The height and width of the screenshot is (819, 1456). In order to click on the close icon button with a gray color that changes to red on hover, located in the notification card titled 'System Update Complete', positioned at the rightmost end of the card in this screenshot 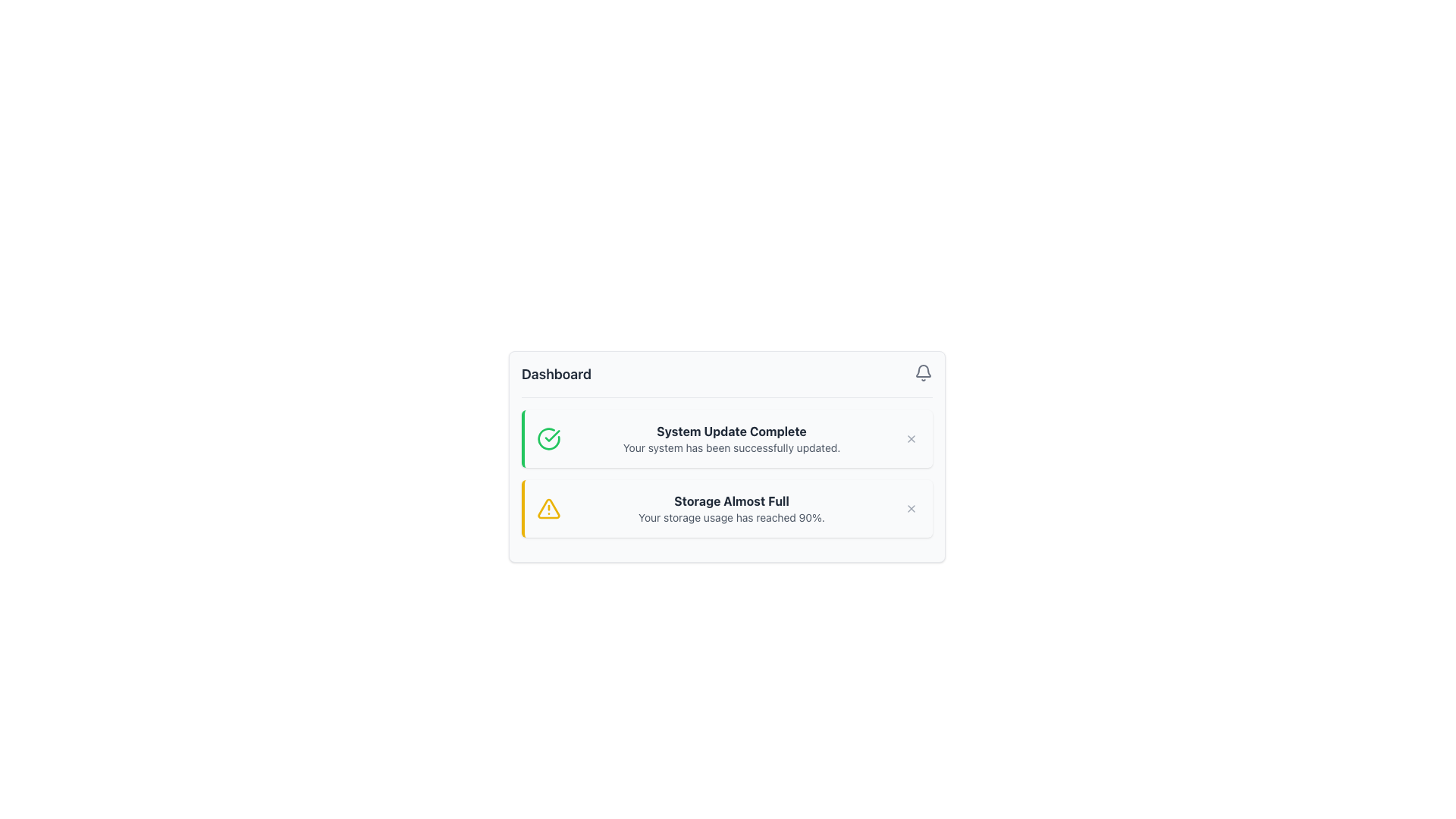, I will do `click(910, 438)`.